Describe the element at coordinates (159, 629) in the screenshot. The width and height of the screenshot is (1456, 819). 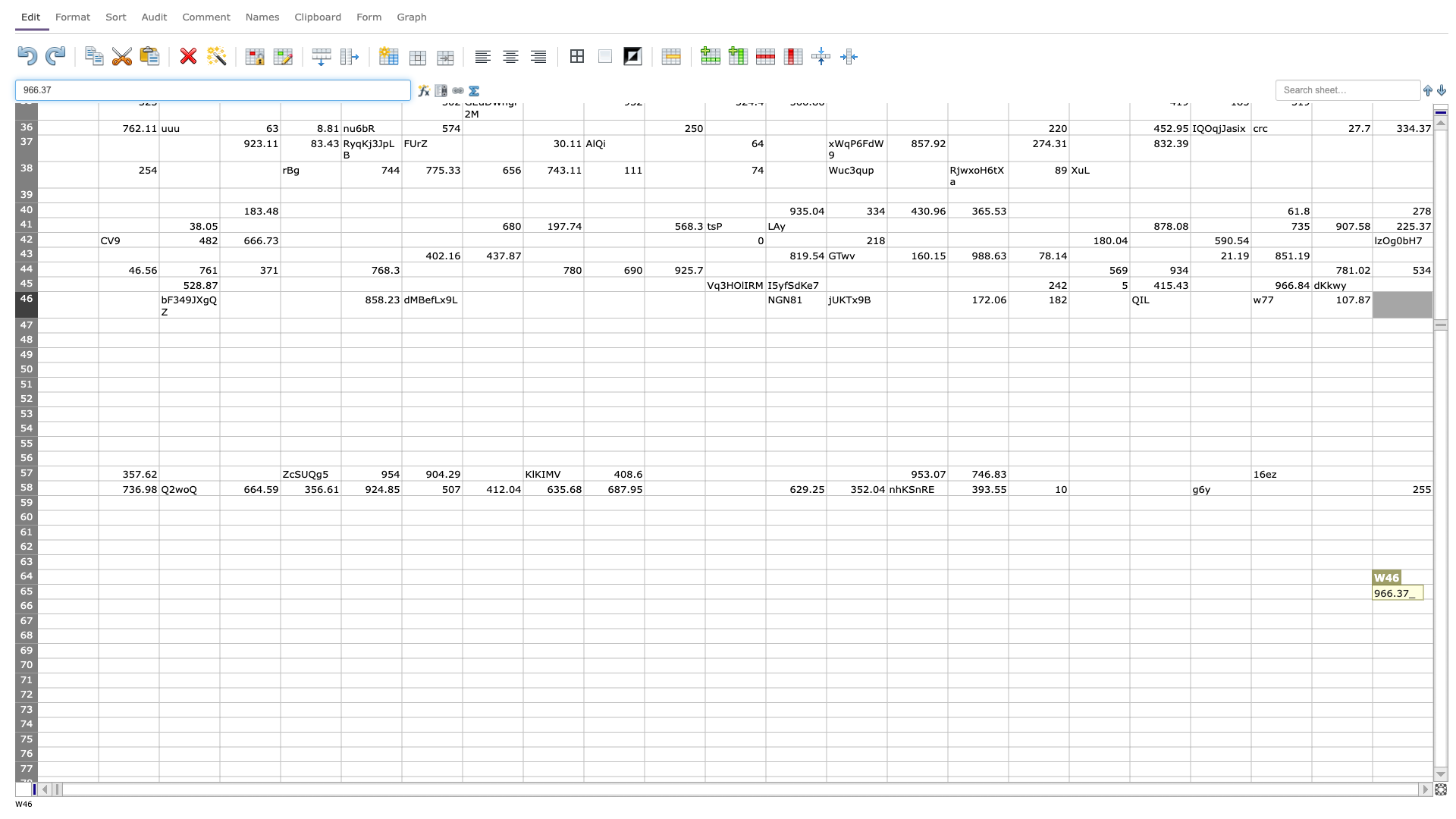
I see `bottom right corner of B67` at that location.